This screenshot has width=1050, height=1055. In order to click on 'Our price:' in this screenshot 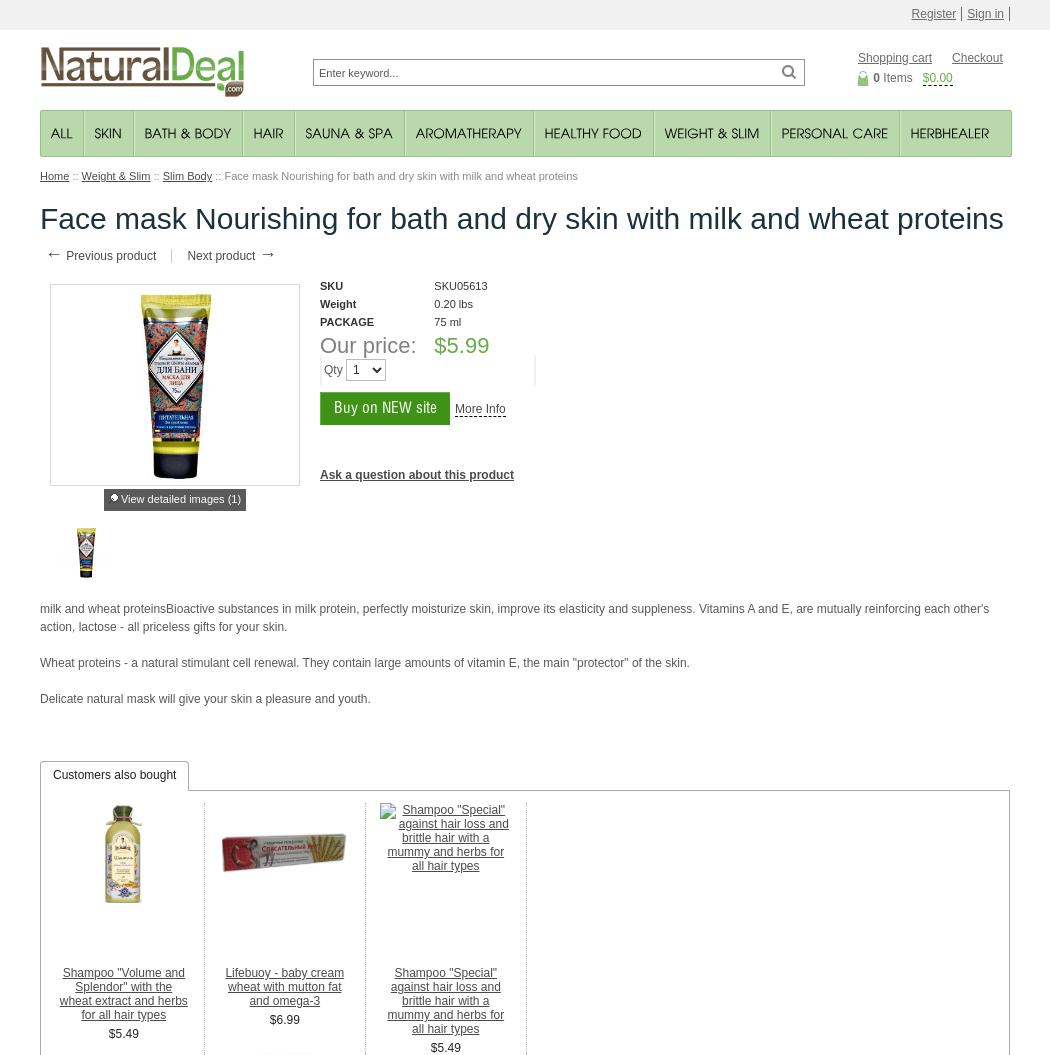, I will do `click(367, 344)`.